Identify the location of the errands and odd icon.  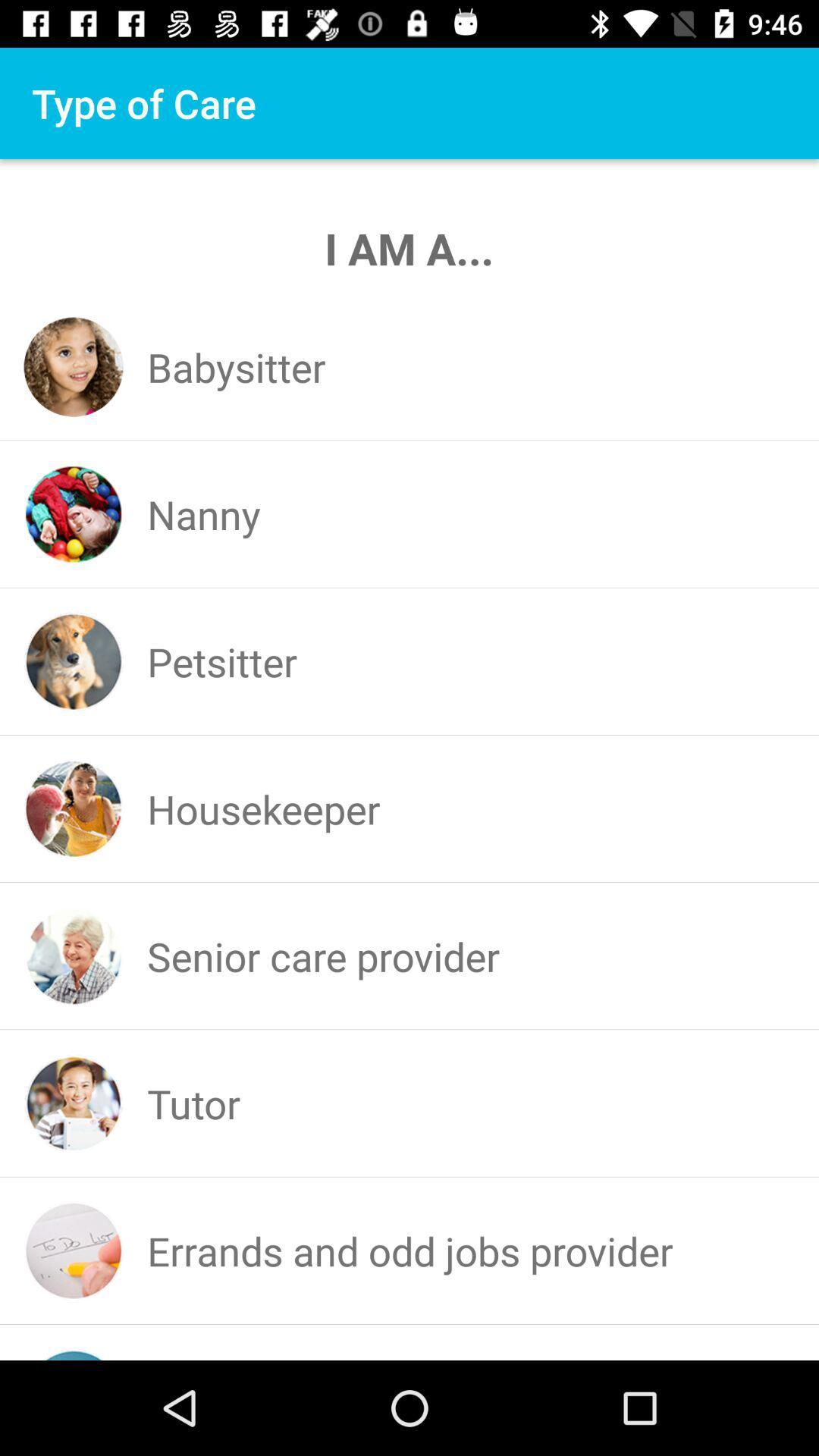
(410, 1250).